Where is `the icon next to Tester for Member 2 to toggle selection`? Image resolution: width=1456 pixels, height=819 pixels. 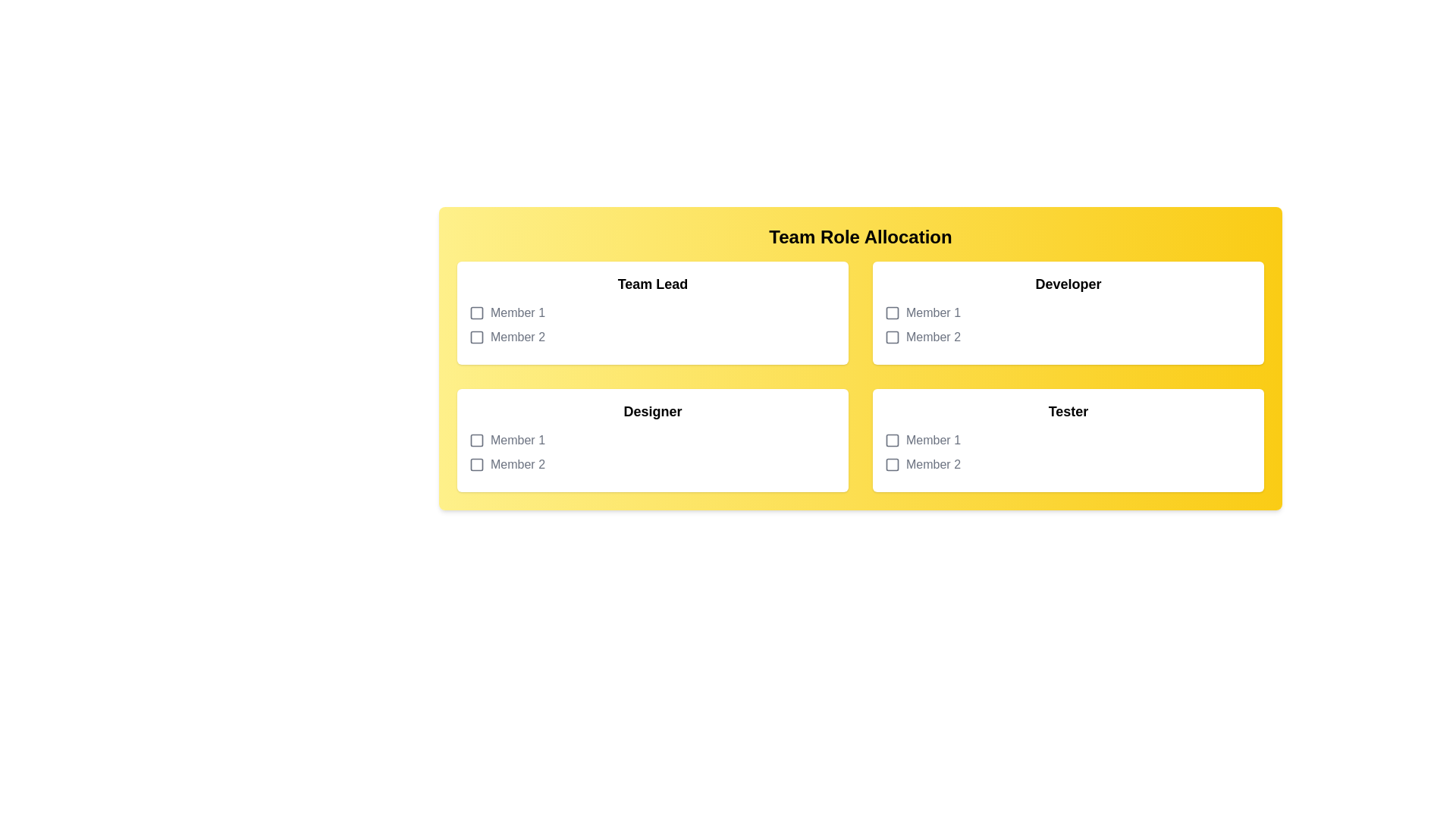 the icon next to Tester for Member 2 to toggle selection is located at coordinates (892, 464).